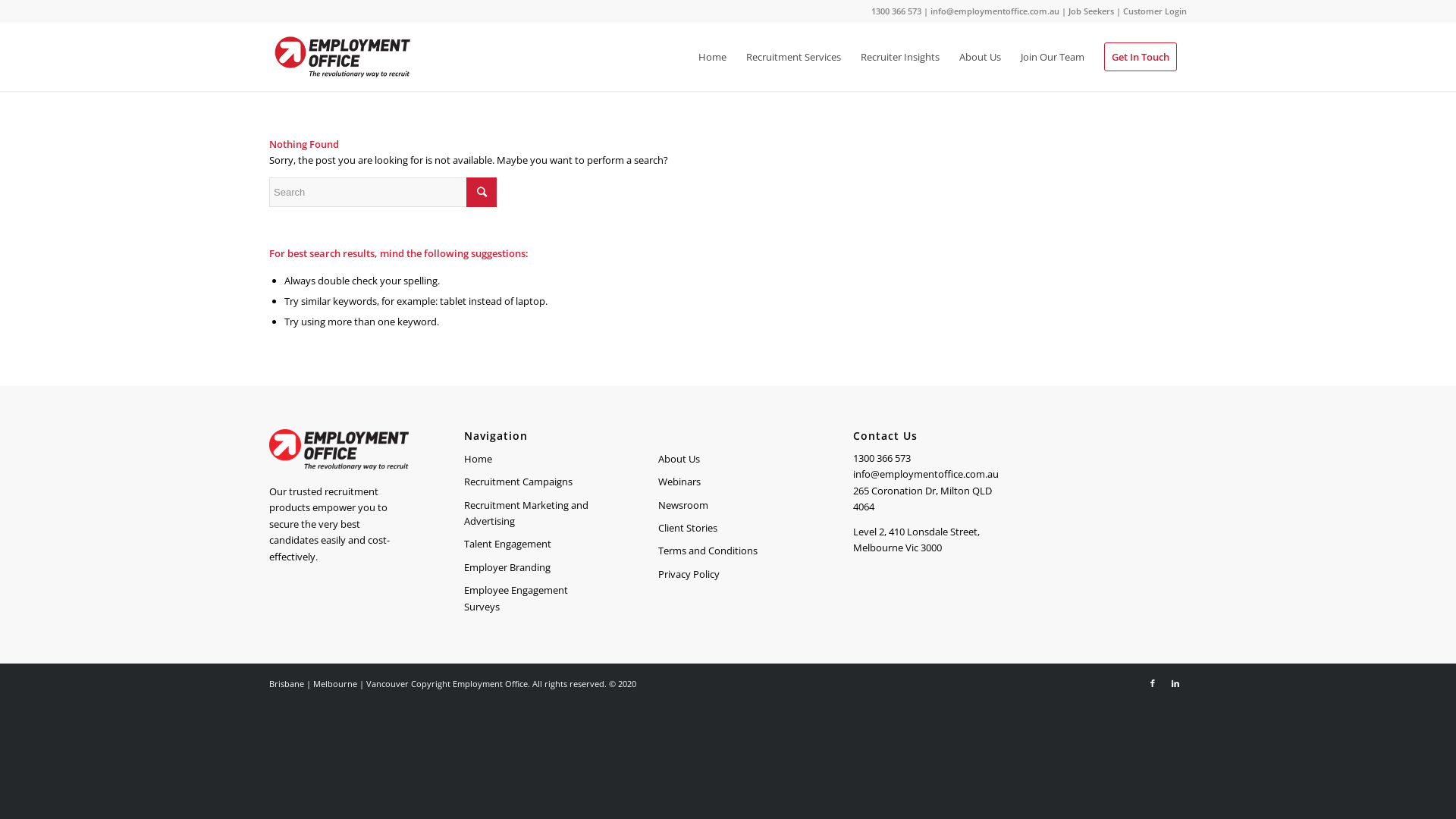 Image resolution: width=1456 pixels, height=819 pixels. What do you see at coordinates (1175, 683) in the screenshot?
I see `'LinkedIn'` at bounding box center [1175, 683].